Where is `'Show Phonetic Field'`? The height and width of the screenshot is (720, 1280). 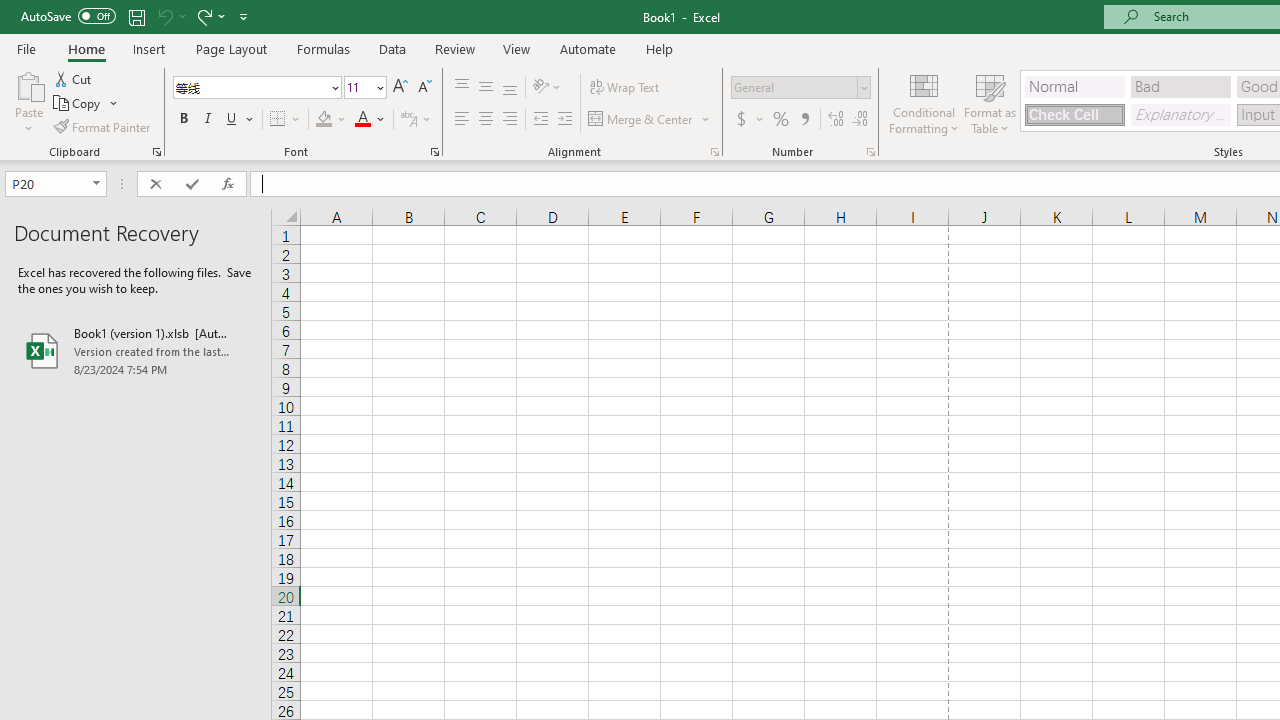
'Show Phonetic Field' is located at coordinates (415, 119).